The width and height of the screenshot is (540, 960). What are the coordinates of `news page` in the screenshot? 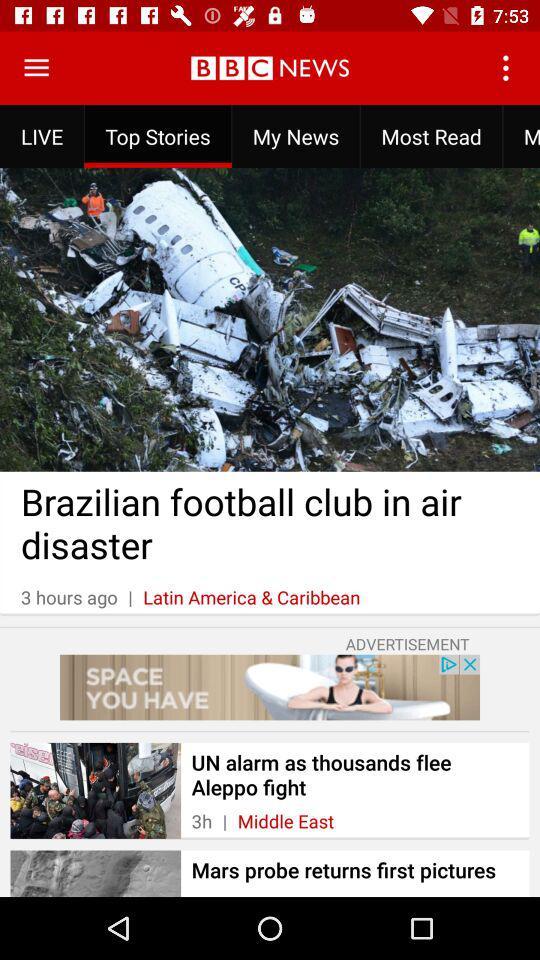 It's located at (36, 68).